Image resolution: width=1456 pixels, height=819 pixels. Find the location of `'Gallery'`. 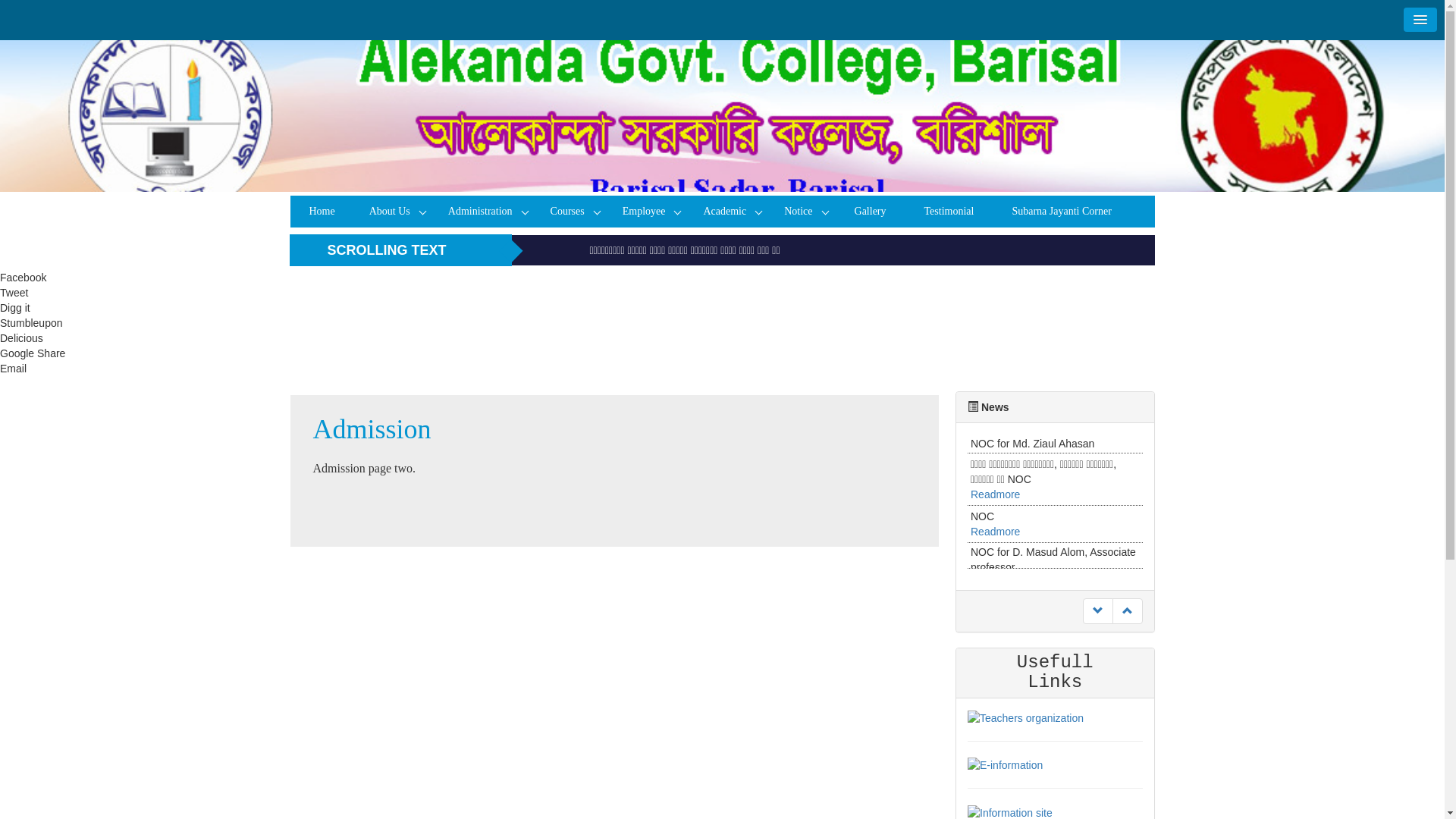

'Gallery' is located at coordinates (870, 211).